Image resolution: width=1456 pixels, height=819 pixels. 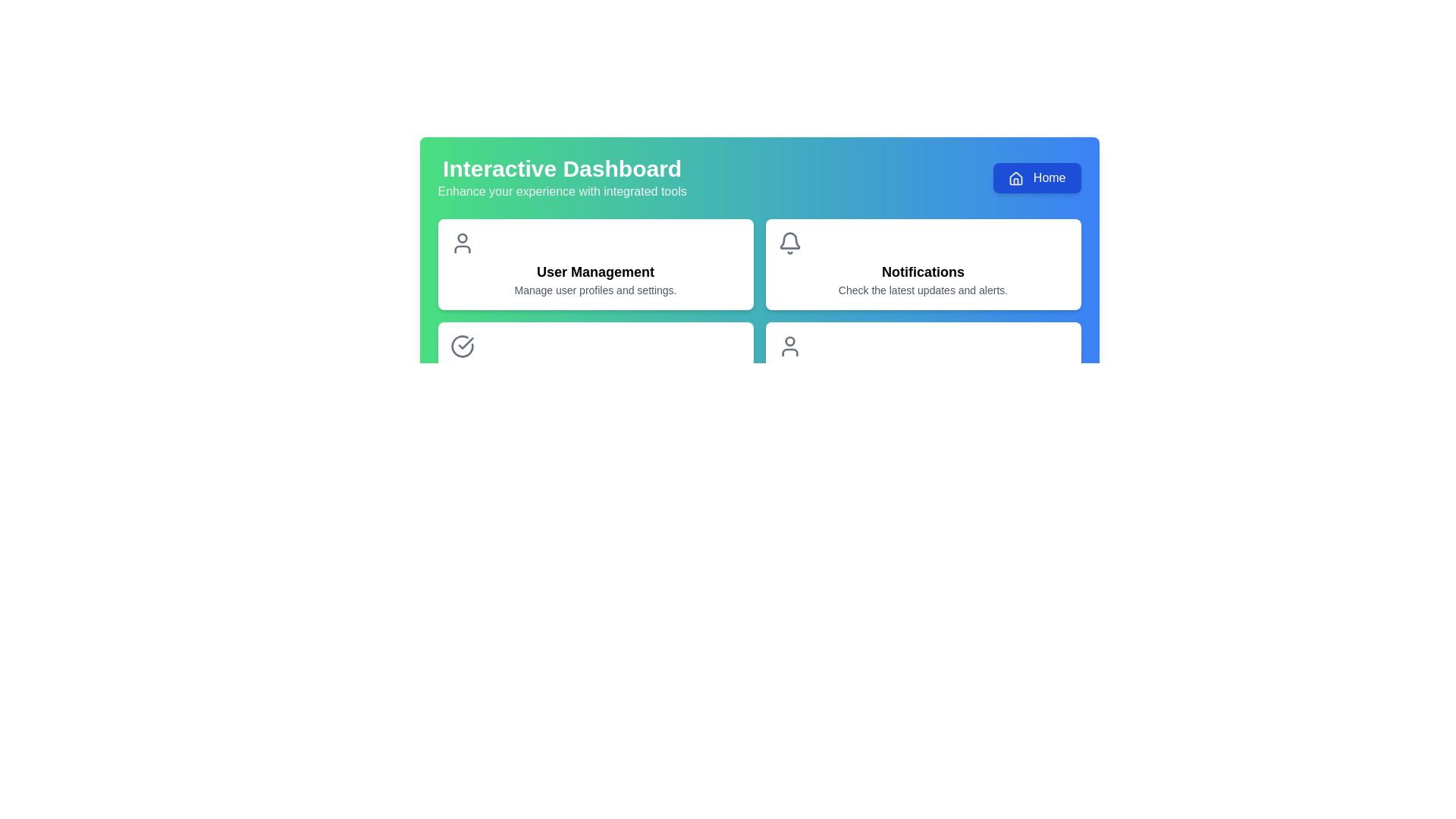 What do you see at coordinates (461, 346) in the screenshot?
I see `the circular gray icon with a checkmark symbol located in the top-left corner of the 'Task Completion' card widget` at bounding box center [461, 346].